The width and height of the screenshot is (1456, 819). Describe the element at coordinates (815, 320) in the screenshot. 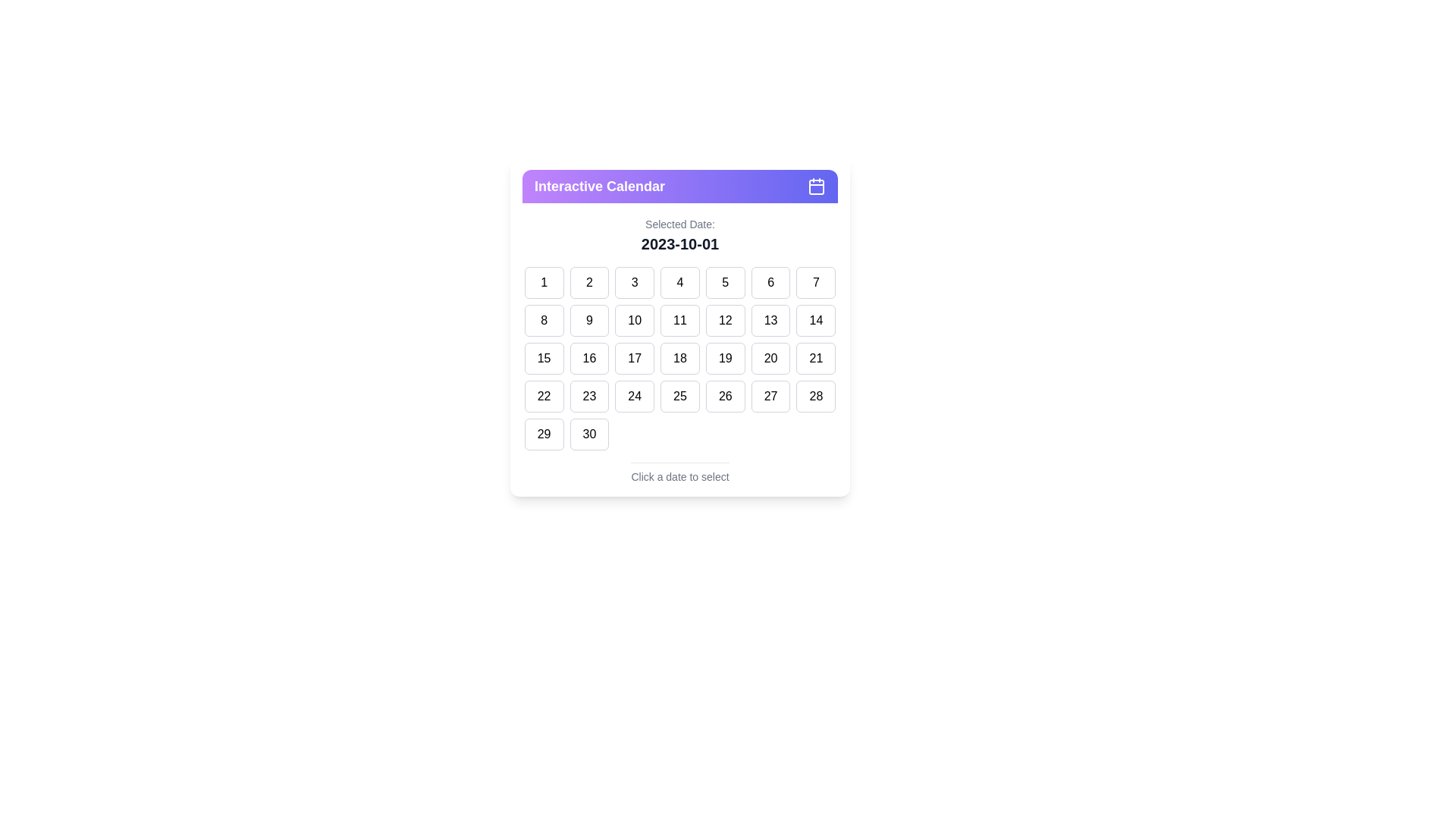

I see `the button labeled '14' located in the second row and seventh column of the calendar layout to trigger the visual feedback effect` at that location.